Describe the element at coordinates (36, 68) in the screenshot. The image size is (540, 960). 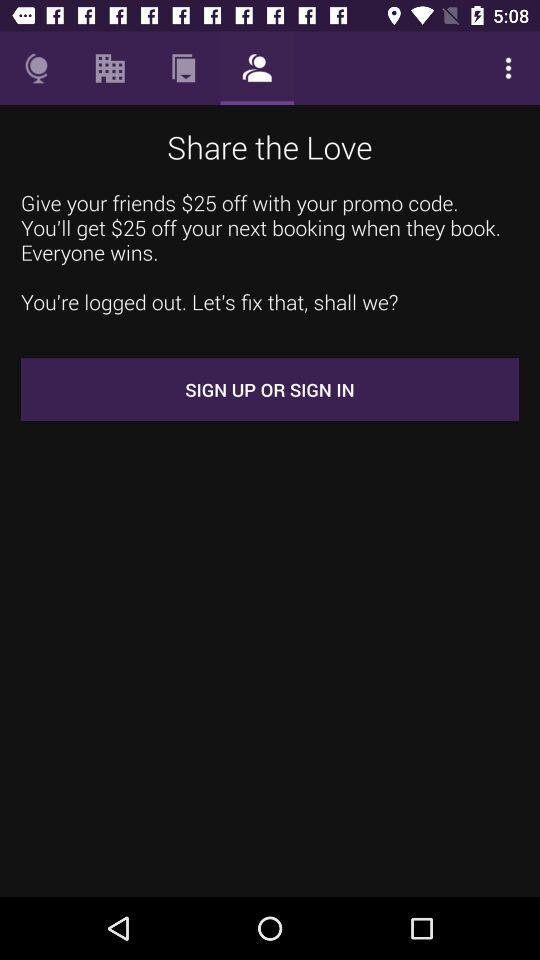
I see `icon above the give your friends item` at that location.